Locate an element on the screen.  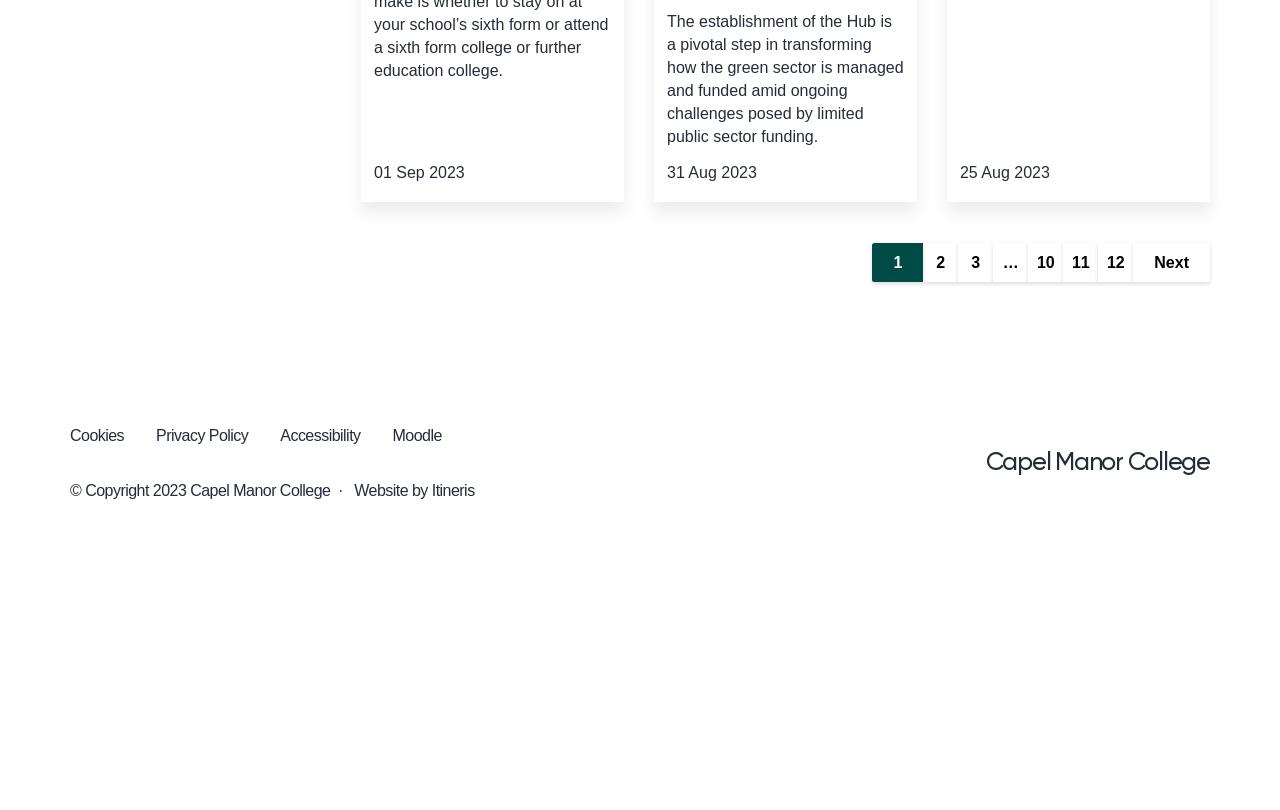
'10' is located at coordinates (1043, 261).